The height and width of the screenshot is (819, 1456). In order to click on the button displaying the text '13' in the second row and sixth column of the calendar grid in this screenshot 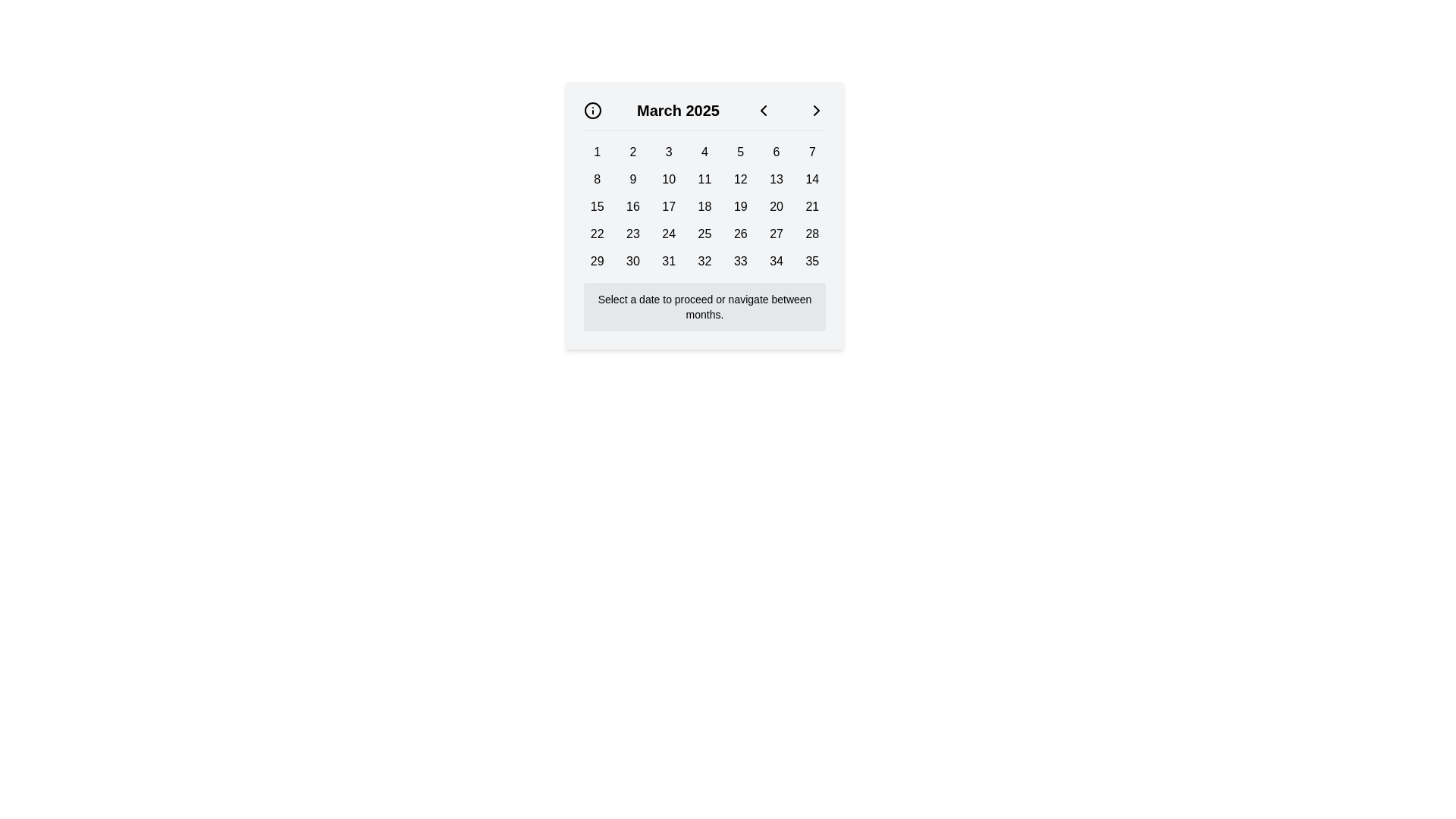, I will do `click(776, 178)`.